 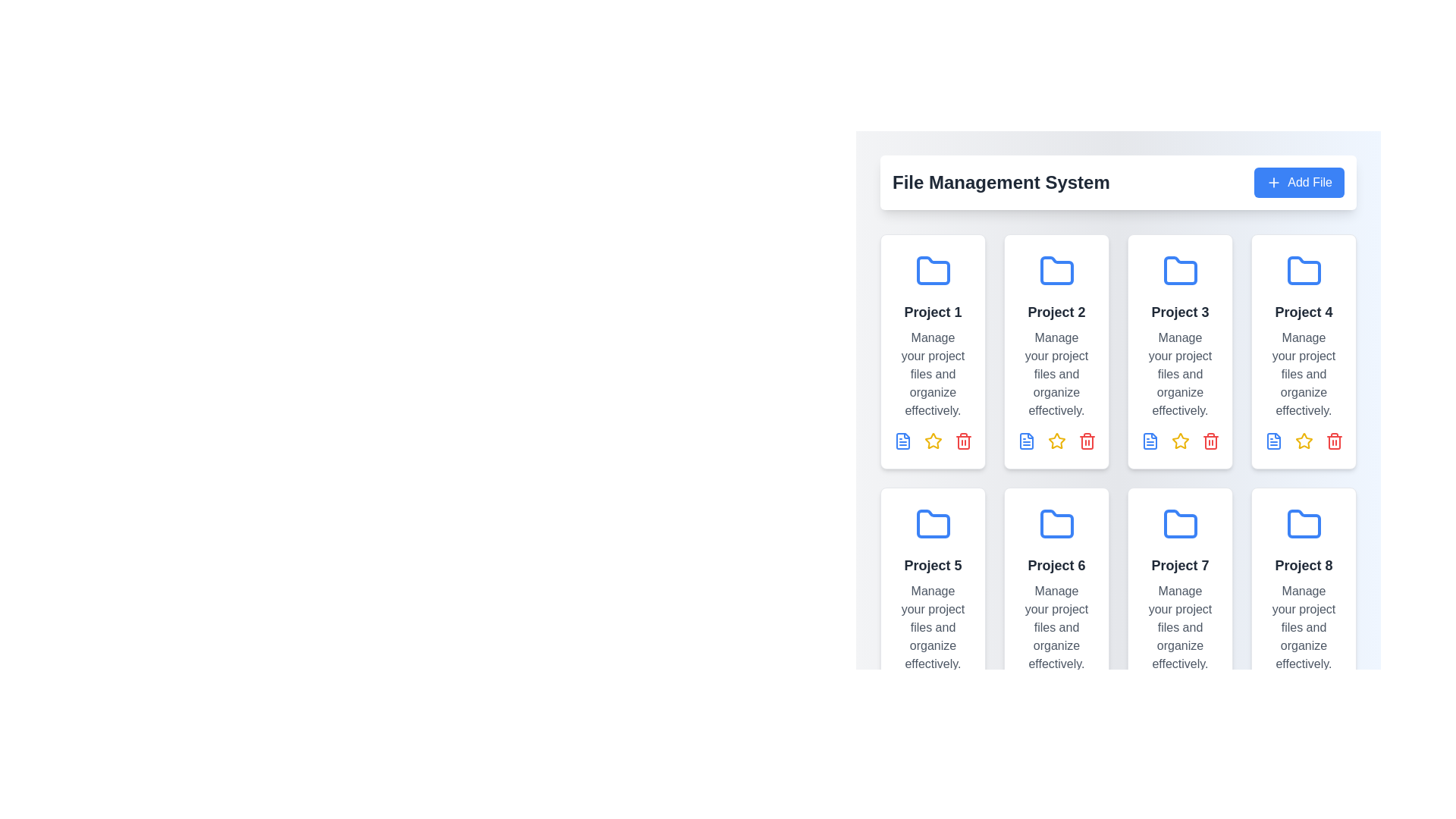 What do you see at coordinates (1179, 565) in the screenshot?
I see `text content of the Static Text Label that serves as the title for the project, located in the third column of the third row of the grid arrangement` at bounding box center [1179, 565].